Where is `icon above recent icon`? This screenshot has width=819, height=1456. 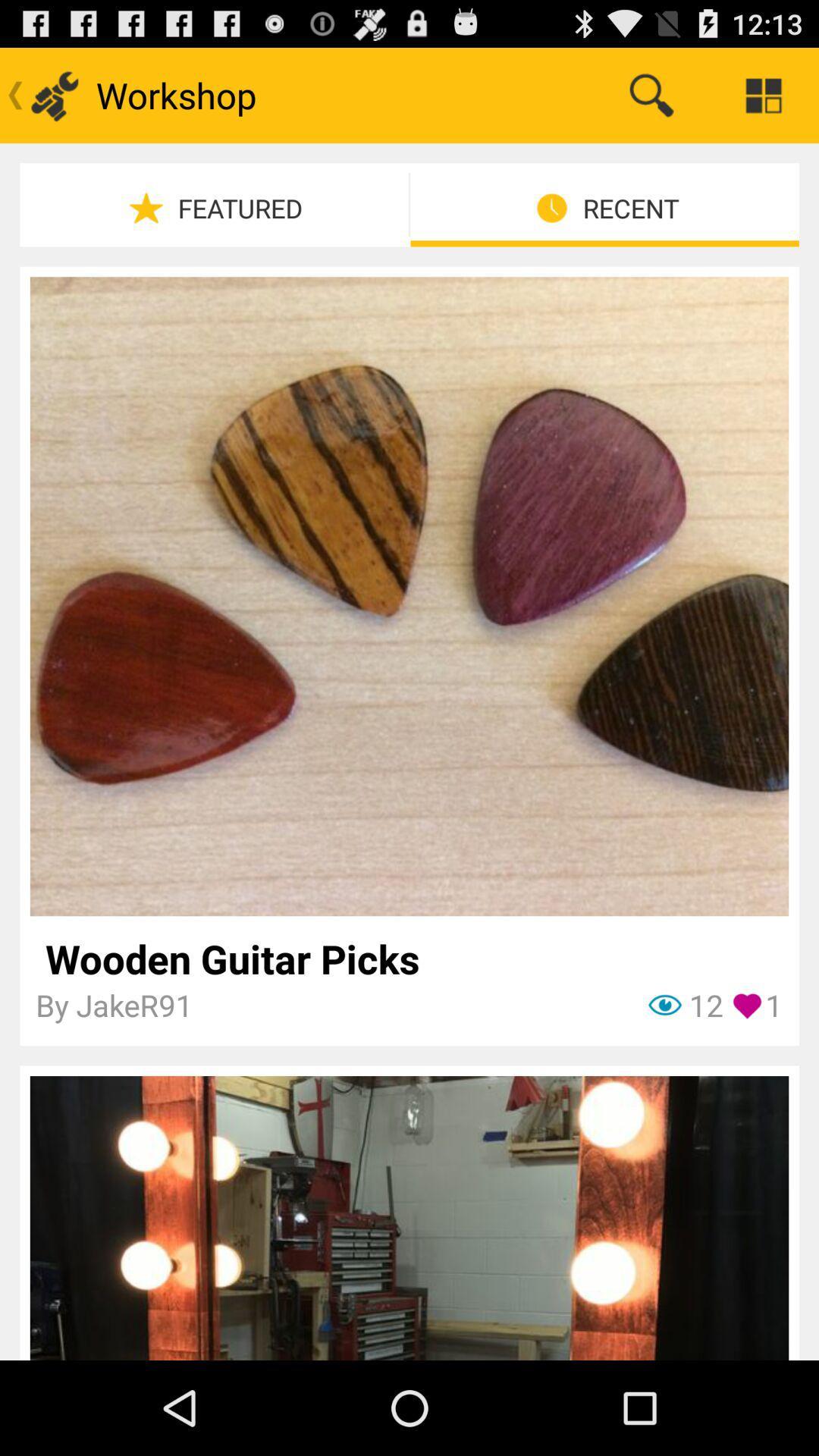 icon above recent icon is located at coordinates (763, 94).